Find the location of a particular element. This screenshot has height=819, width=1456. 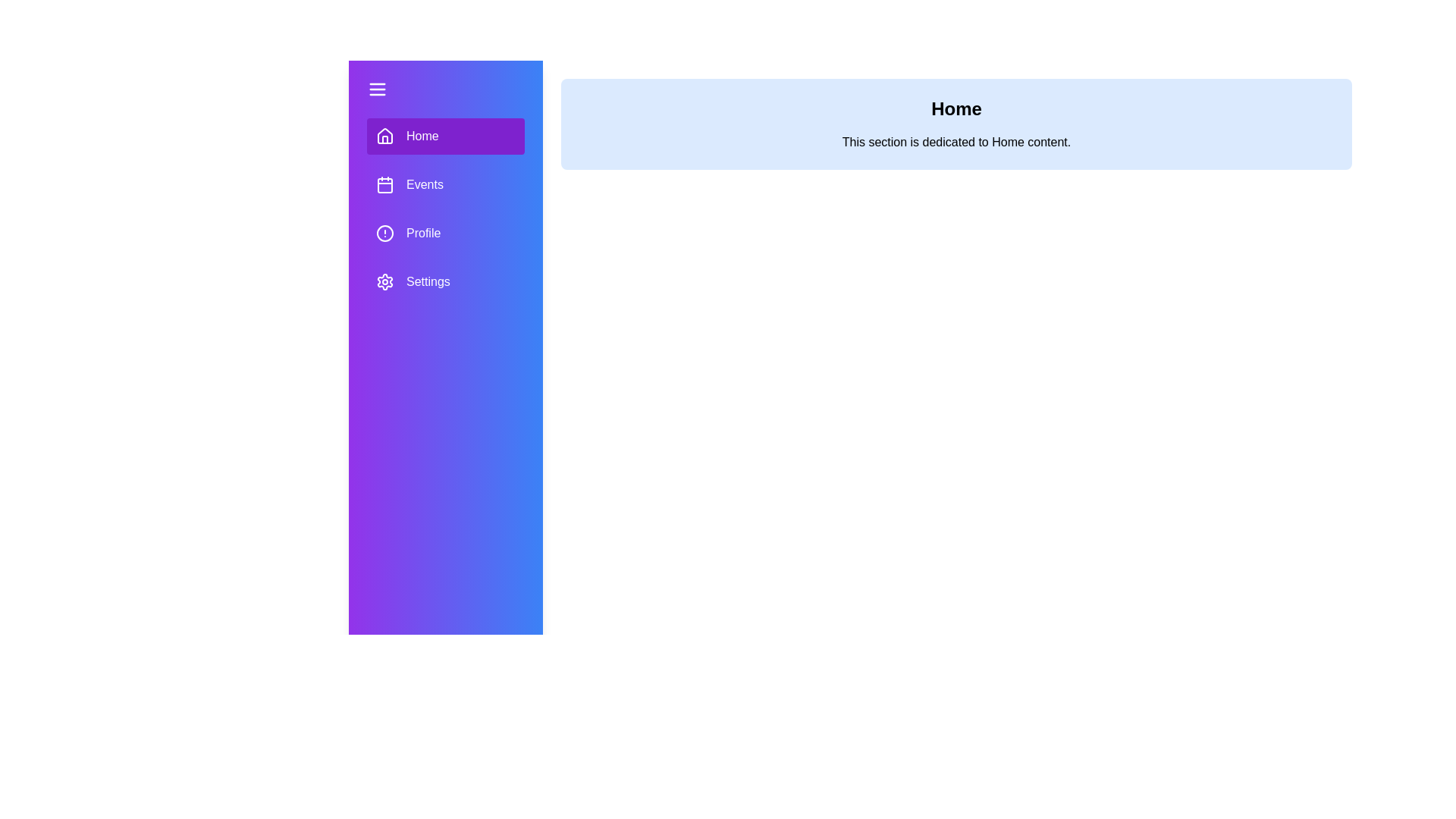

the rounded rectangle with a gradient purple background that serves as the icon background for the calendar in the left vertical toolbar, located adjacent to the 'Events' menu option is located at coordinates (385, 185).